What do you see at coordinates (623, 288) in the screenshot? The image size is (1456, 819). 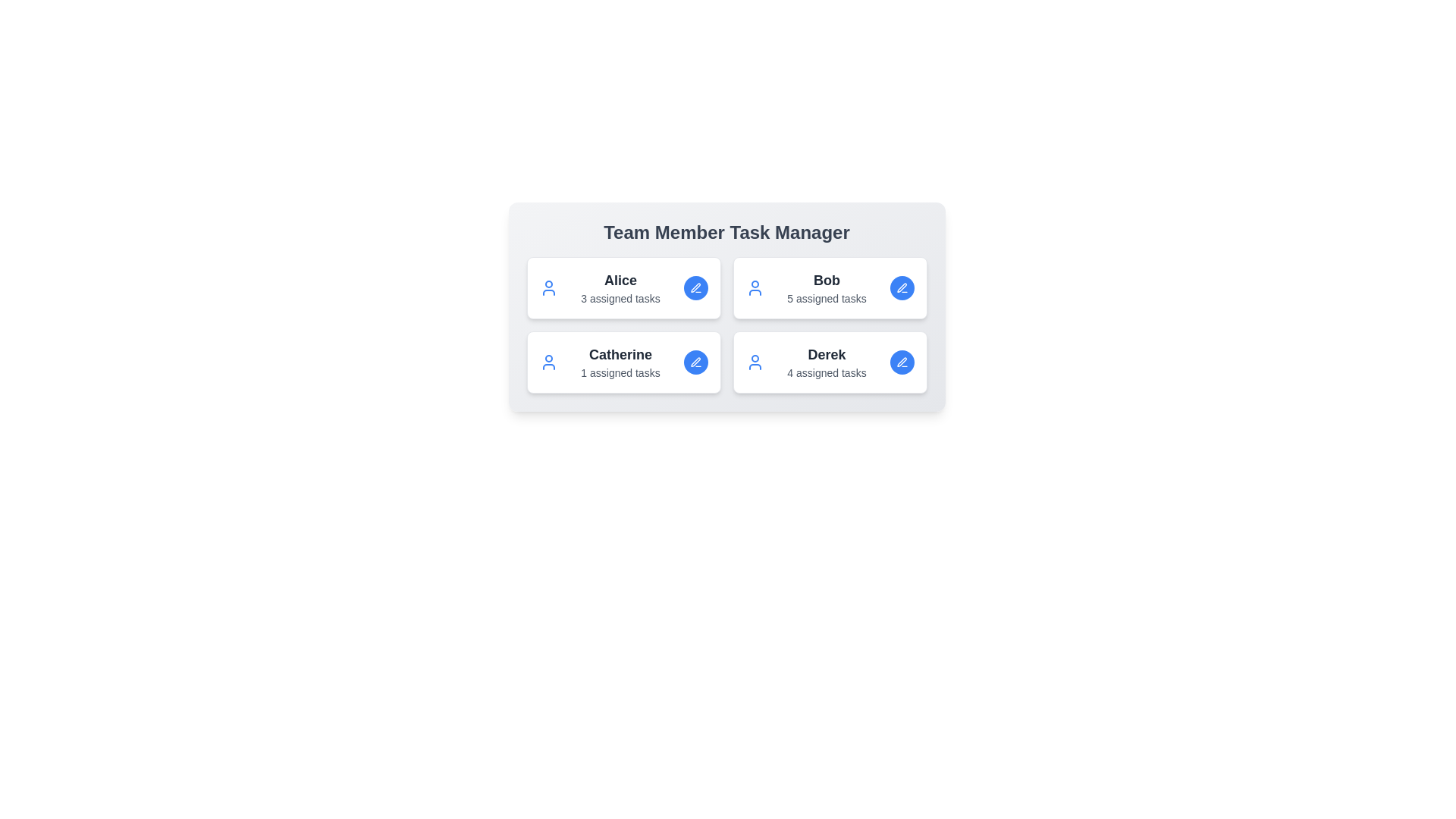 I see `the card of team member Alice` at bounding box center [623, 288].